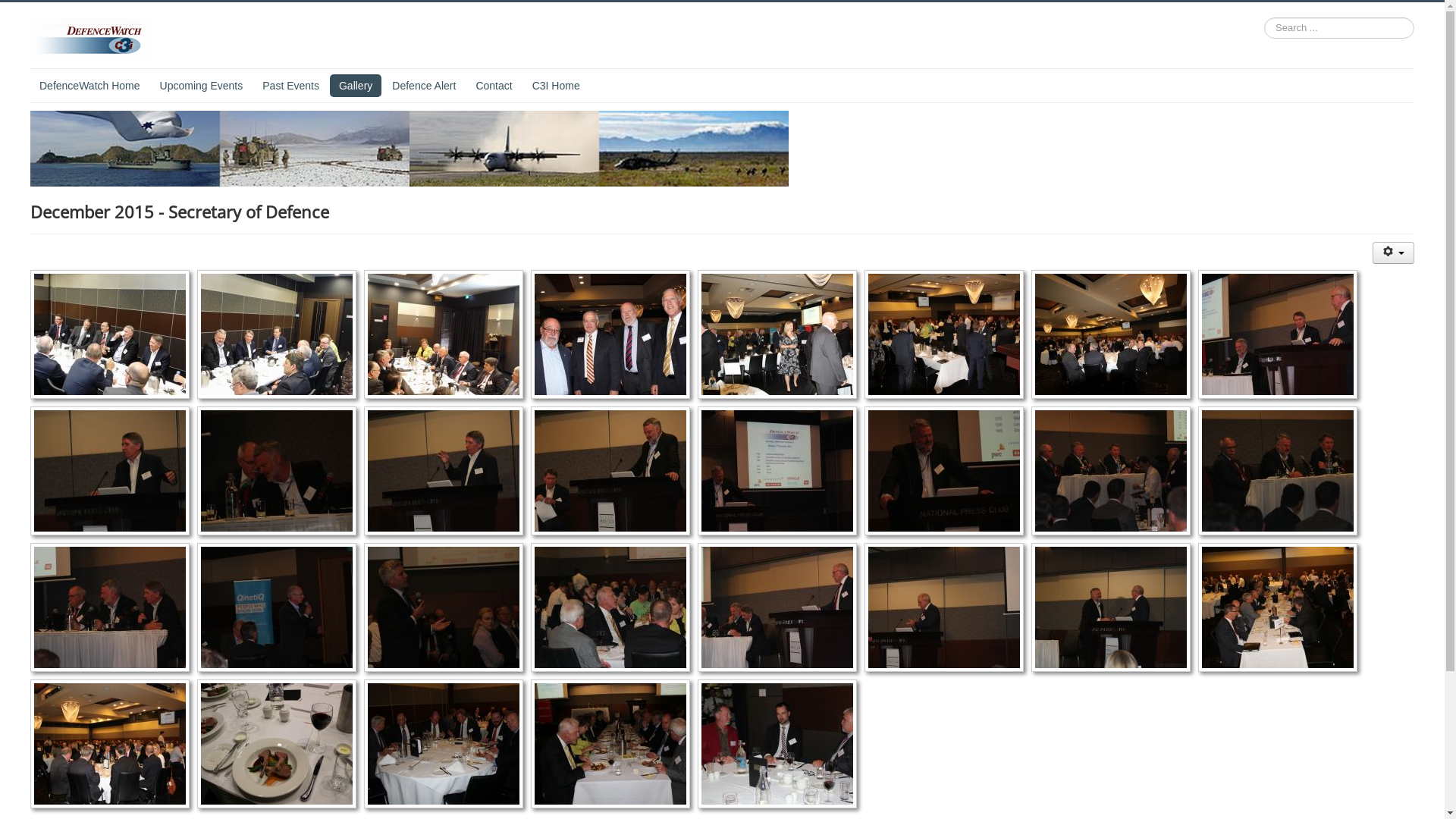 This screenshot has width=1456, height=819. Describe the element at coordinates (200, 85) in the screenshot. I see `'Upcoming Events'` at that location.